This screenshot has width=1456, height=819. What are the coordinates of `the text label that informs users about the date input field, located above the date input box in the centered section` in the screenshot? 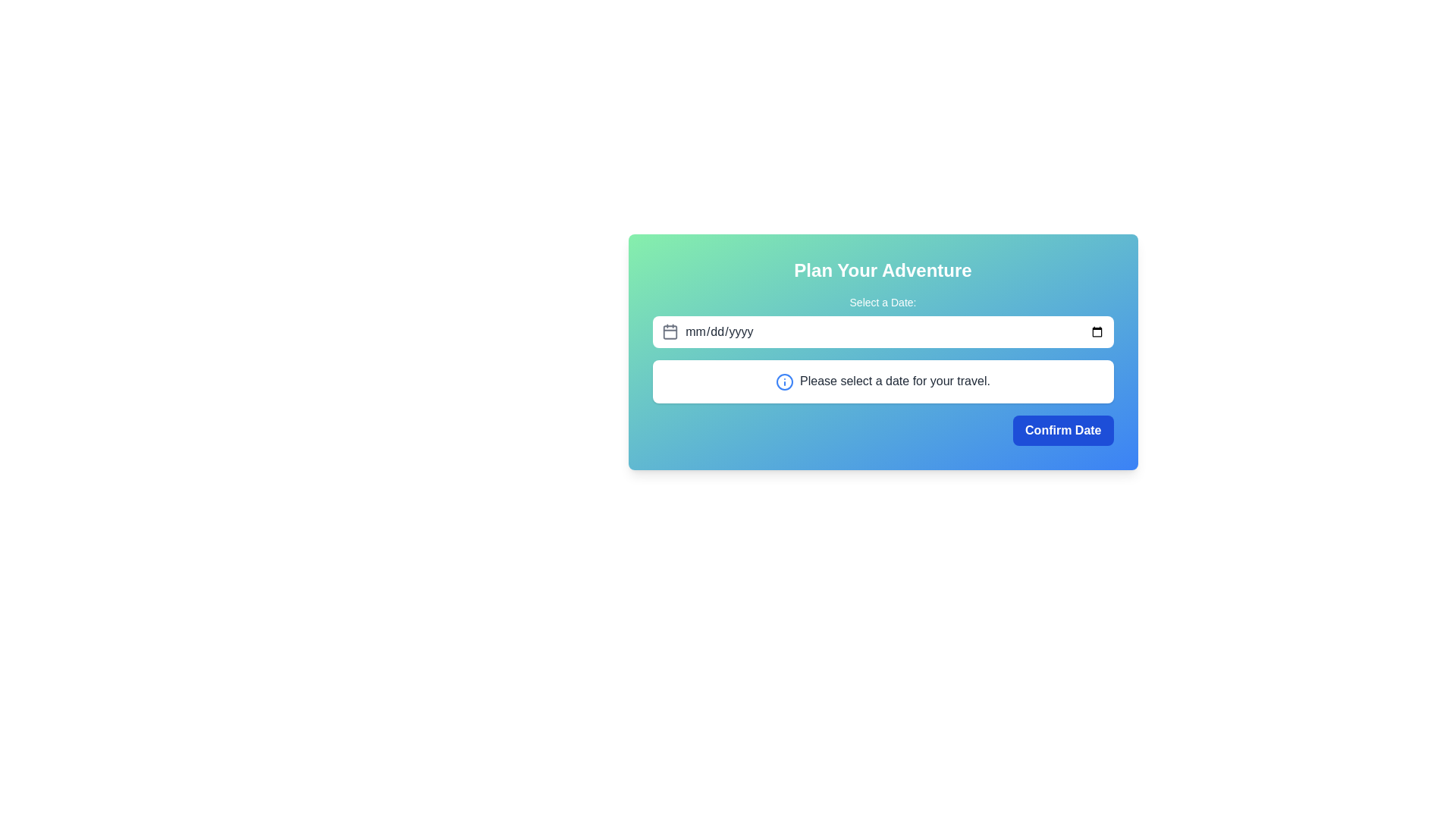 It's located at (883, 321).